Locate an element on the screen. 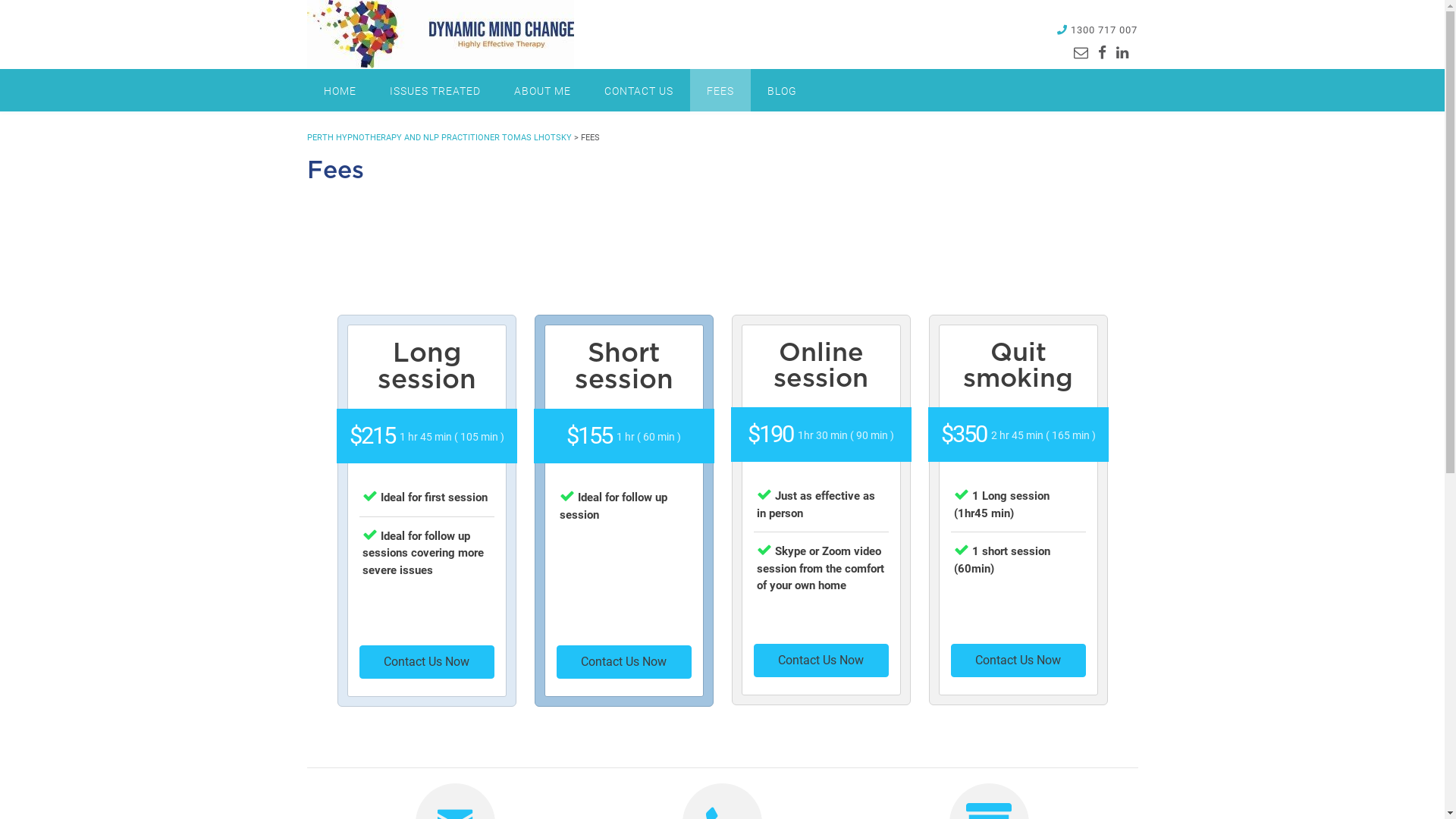 Image resolution: width=1456 pixels, height=819 pixels. 'Contact Us Now' is located at coordinates (1018, 660).